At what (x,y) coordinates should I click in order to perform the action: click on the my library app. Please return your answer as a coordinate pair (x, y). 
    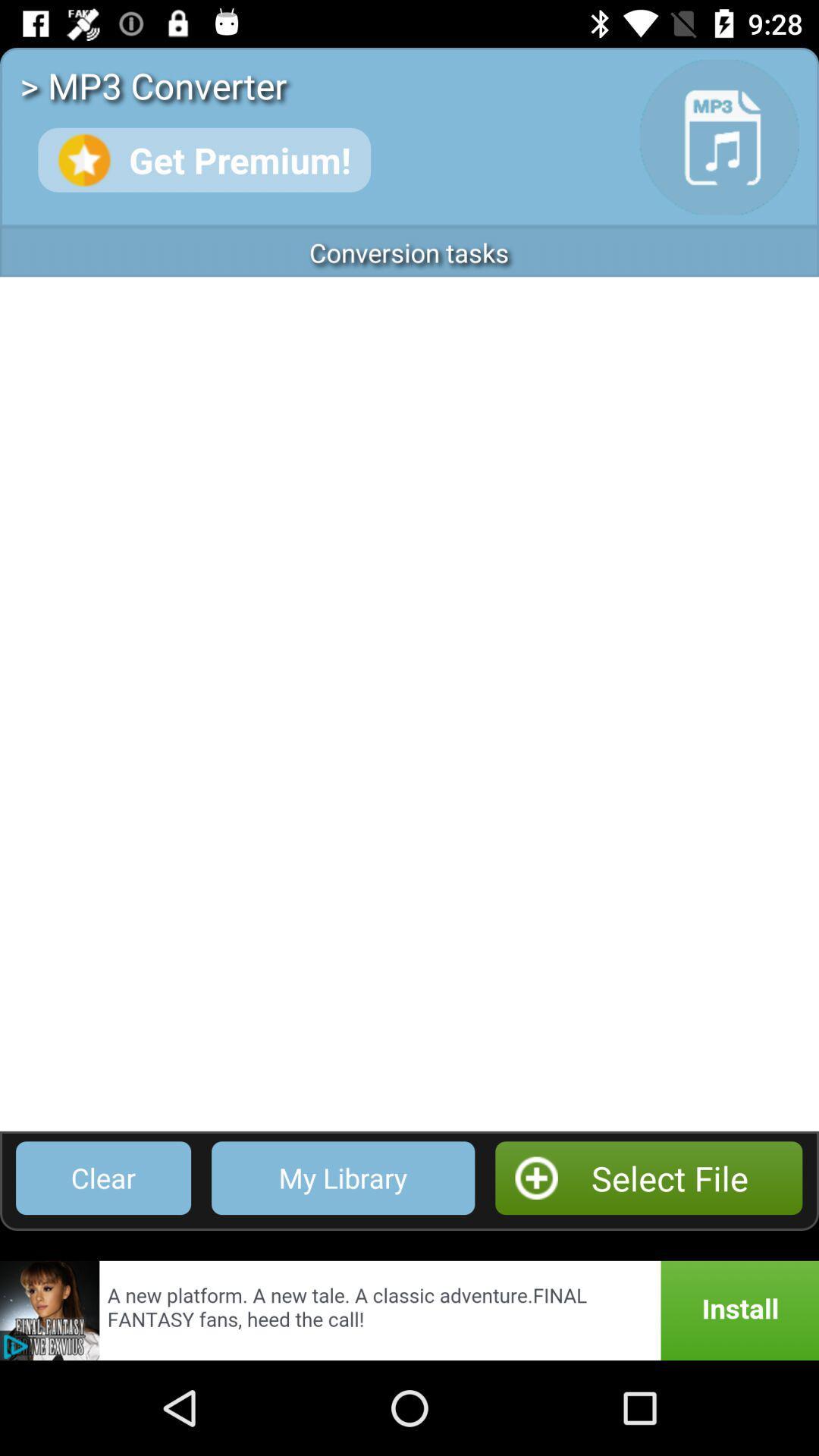
    Looking at the image, I should click on (343, 1177).